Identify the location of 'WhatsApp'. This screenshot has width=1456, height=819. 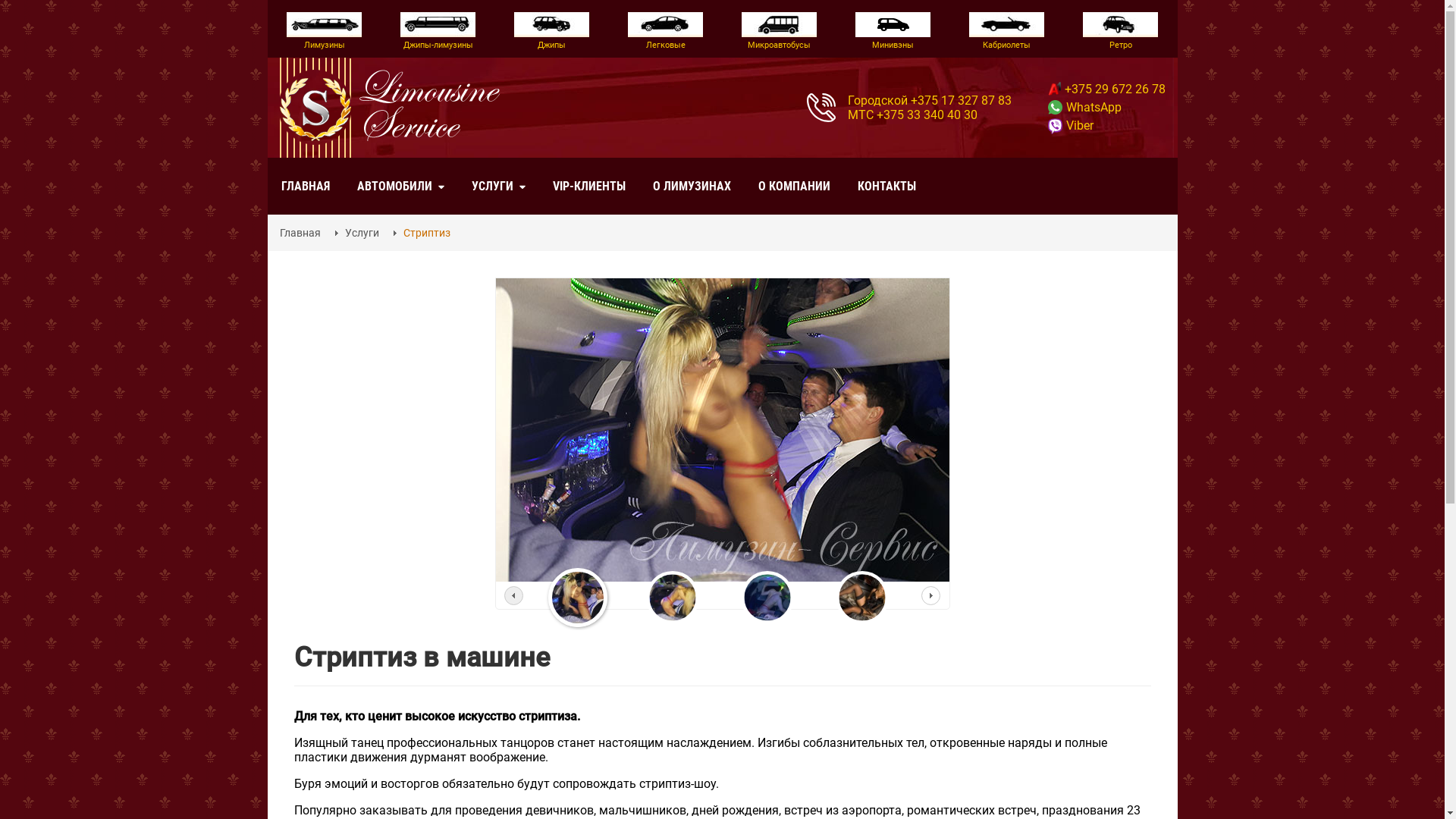
(1084, 106).